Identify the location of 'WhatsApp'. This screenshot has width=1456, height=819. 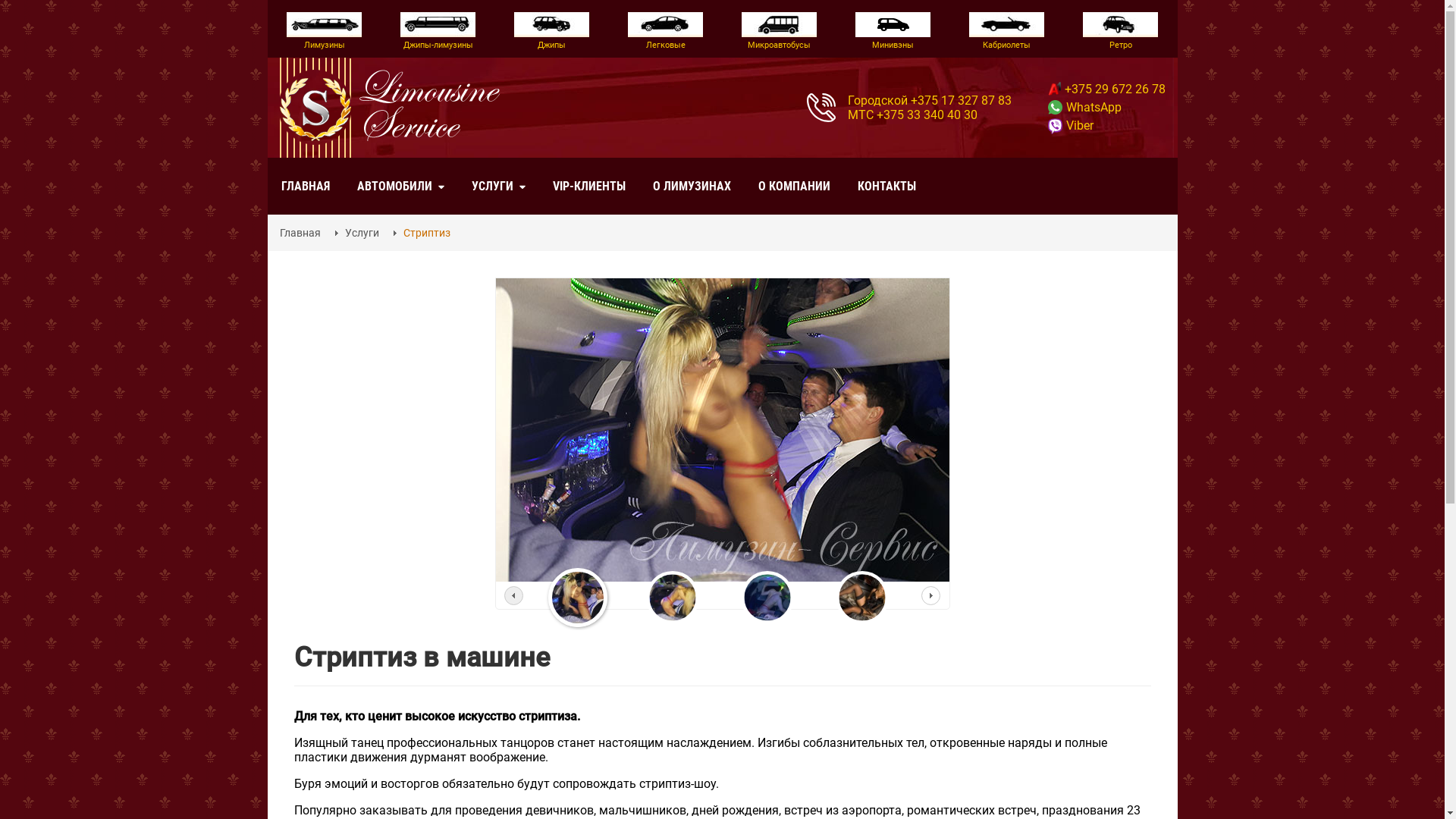
(1084, 106).